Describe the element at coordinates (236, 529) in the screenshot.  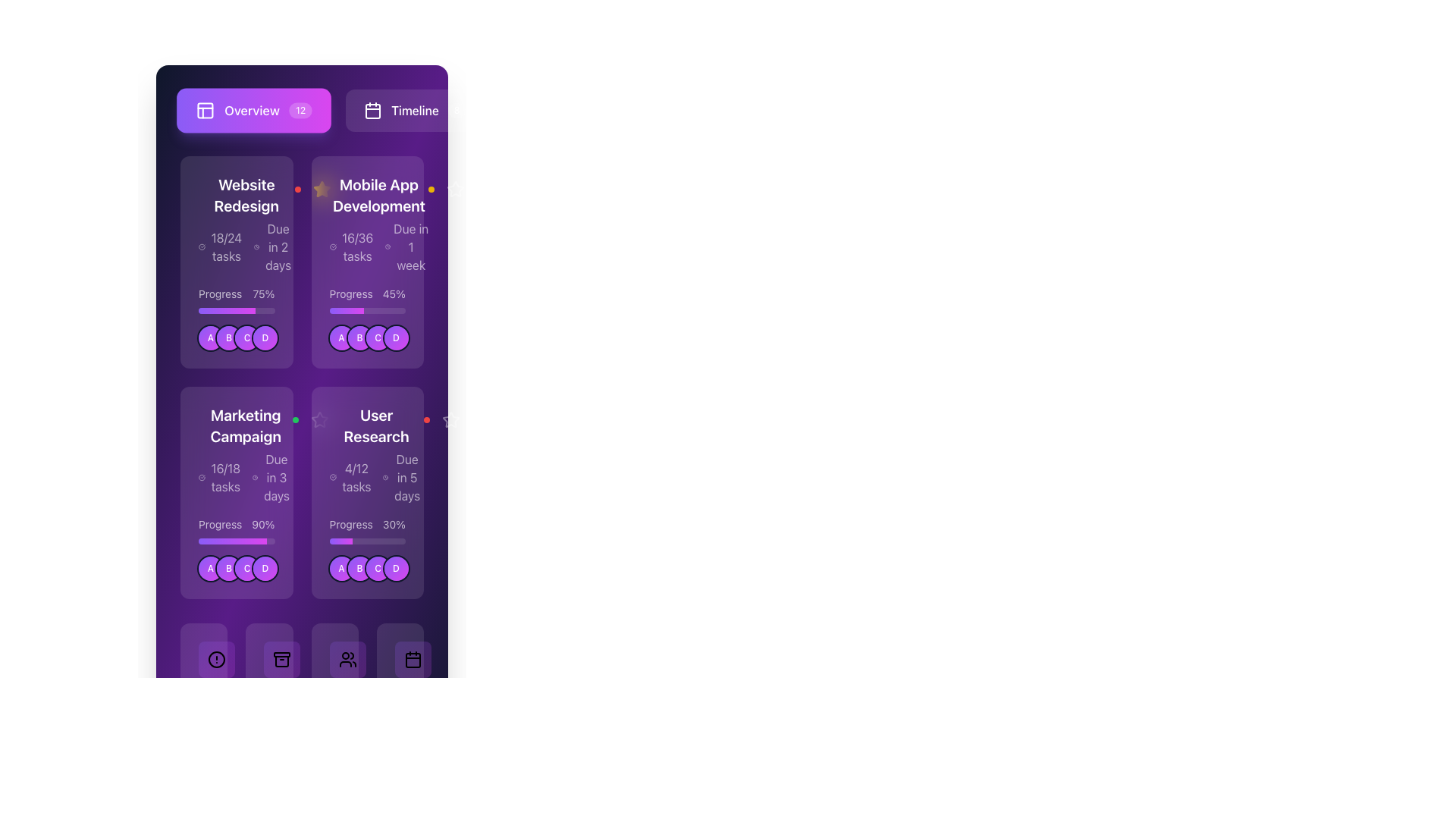
I see `the Progress indicator that shows the task completion percentage for the 'Marketing Campaign', located in the bottom-left section of the card, above the circular icons labeled A, B, C, and D` at that location.